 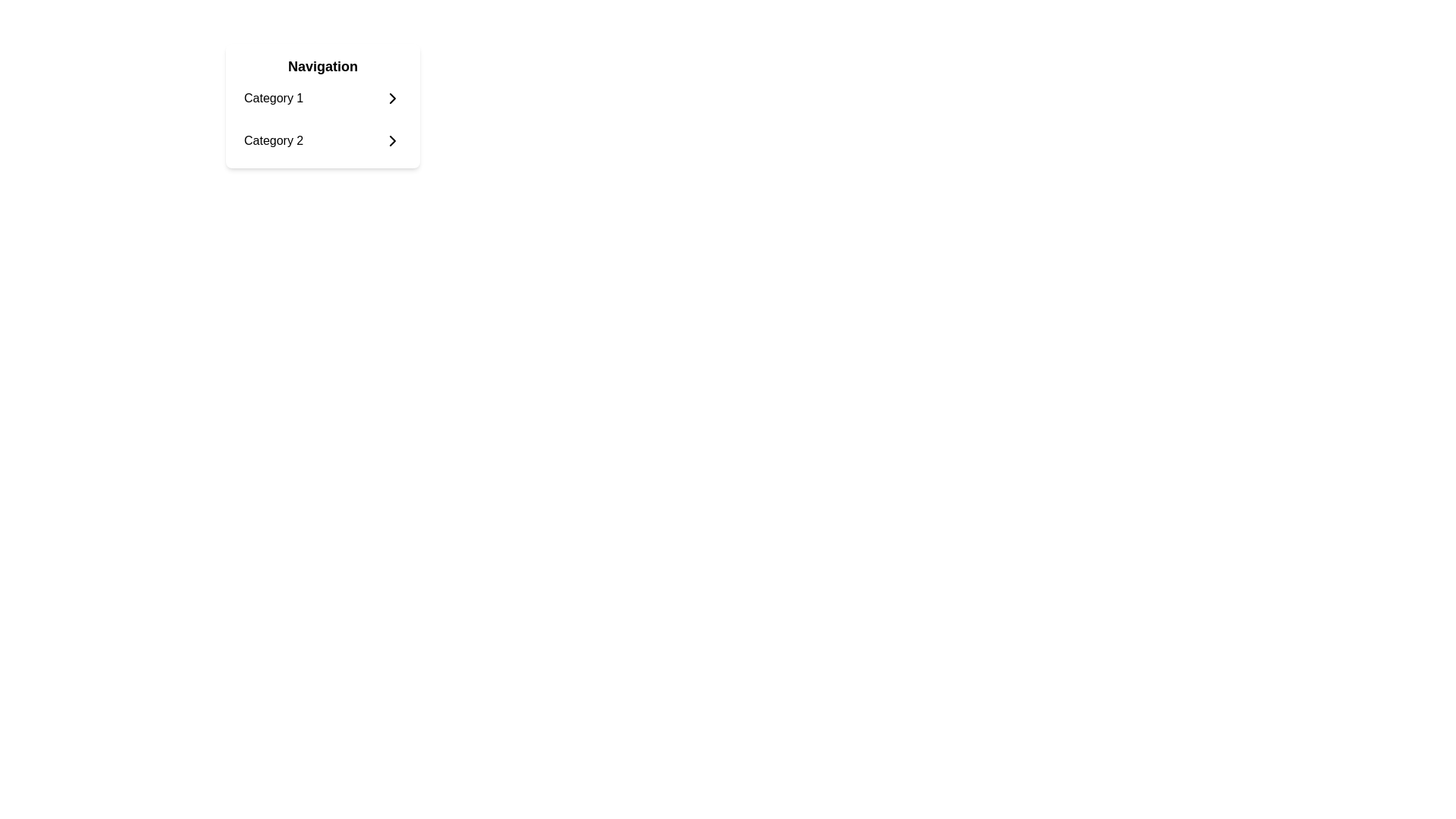 What do you see at coordinates (322, 99) in the screenshot?
I see `the first menu item in the navigation list labeled 'Category 1' located under the bold title 'Navigation'` at bounding box center [322, 99].